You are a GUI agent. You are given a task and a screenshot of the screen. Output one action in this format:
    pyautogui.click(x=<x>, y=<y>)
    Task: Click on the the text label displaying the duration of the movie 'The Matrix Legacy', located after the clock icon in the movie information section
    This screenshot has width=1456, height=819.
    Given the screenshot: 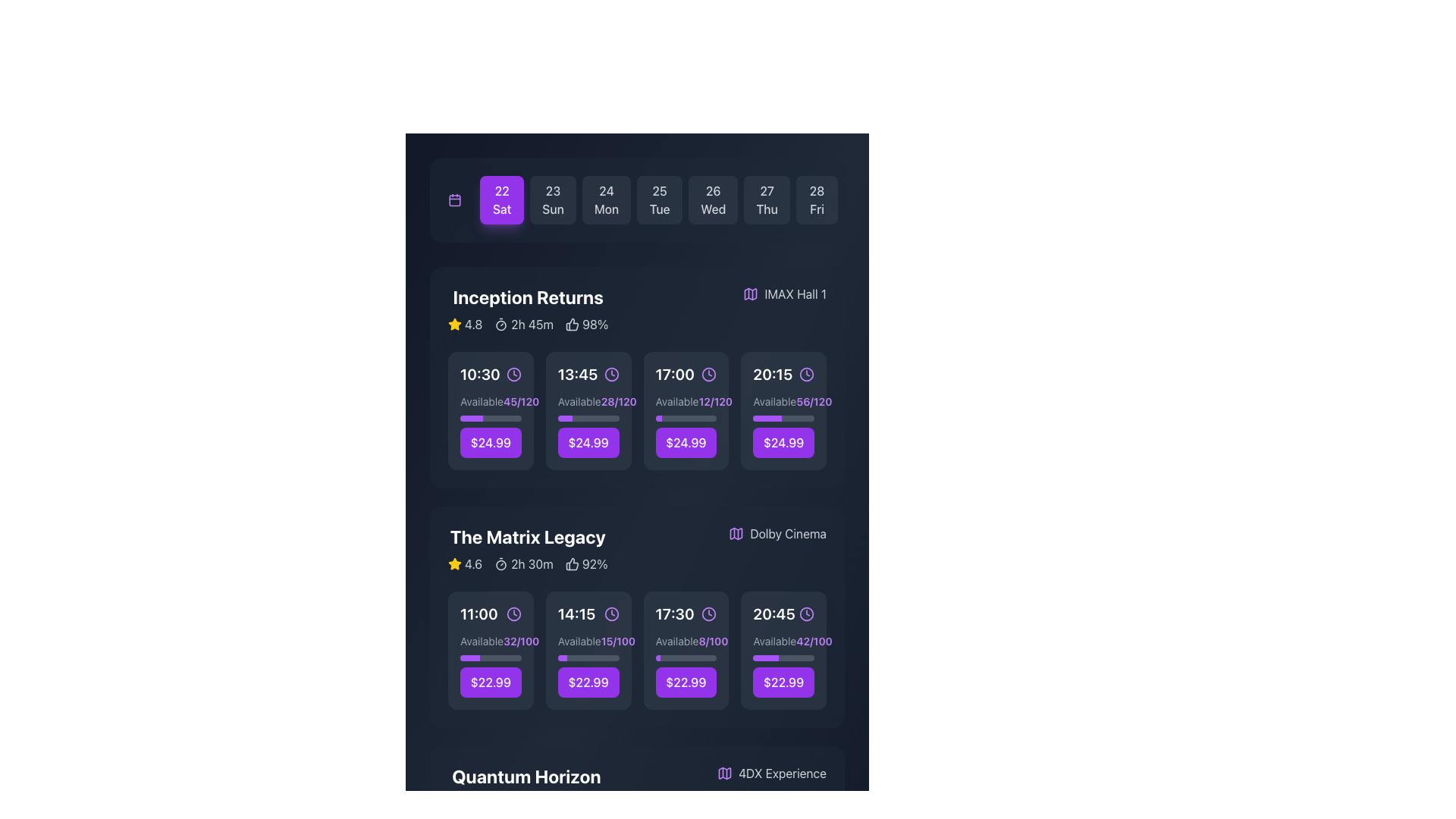 What is the action you would take?
    pyautogui.click(x=532, y=564)
    